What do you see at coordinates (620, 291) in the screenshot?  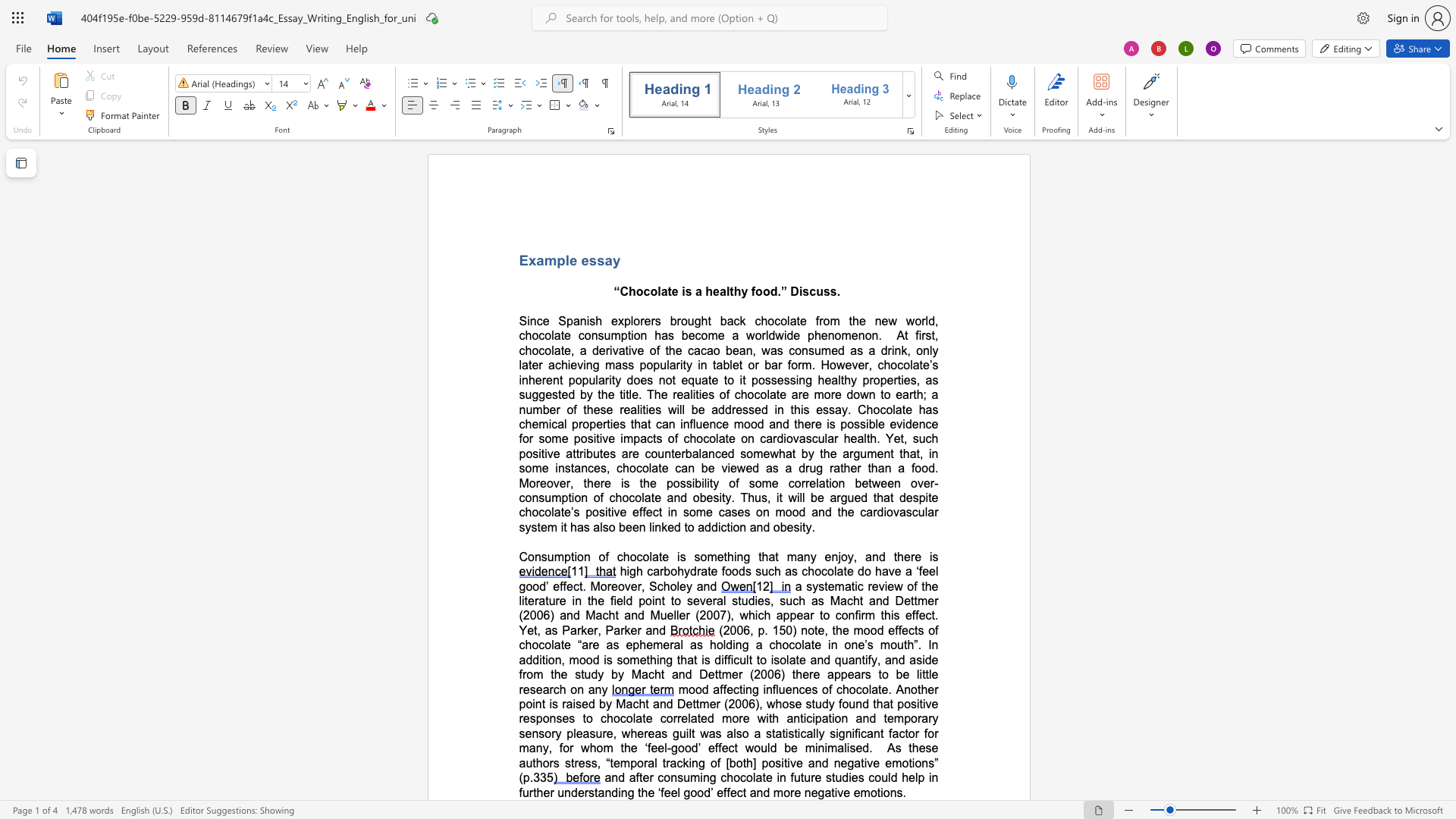 I see `the space between the continuous character "“" and "C" in the text` at bounding box center [620, 291].